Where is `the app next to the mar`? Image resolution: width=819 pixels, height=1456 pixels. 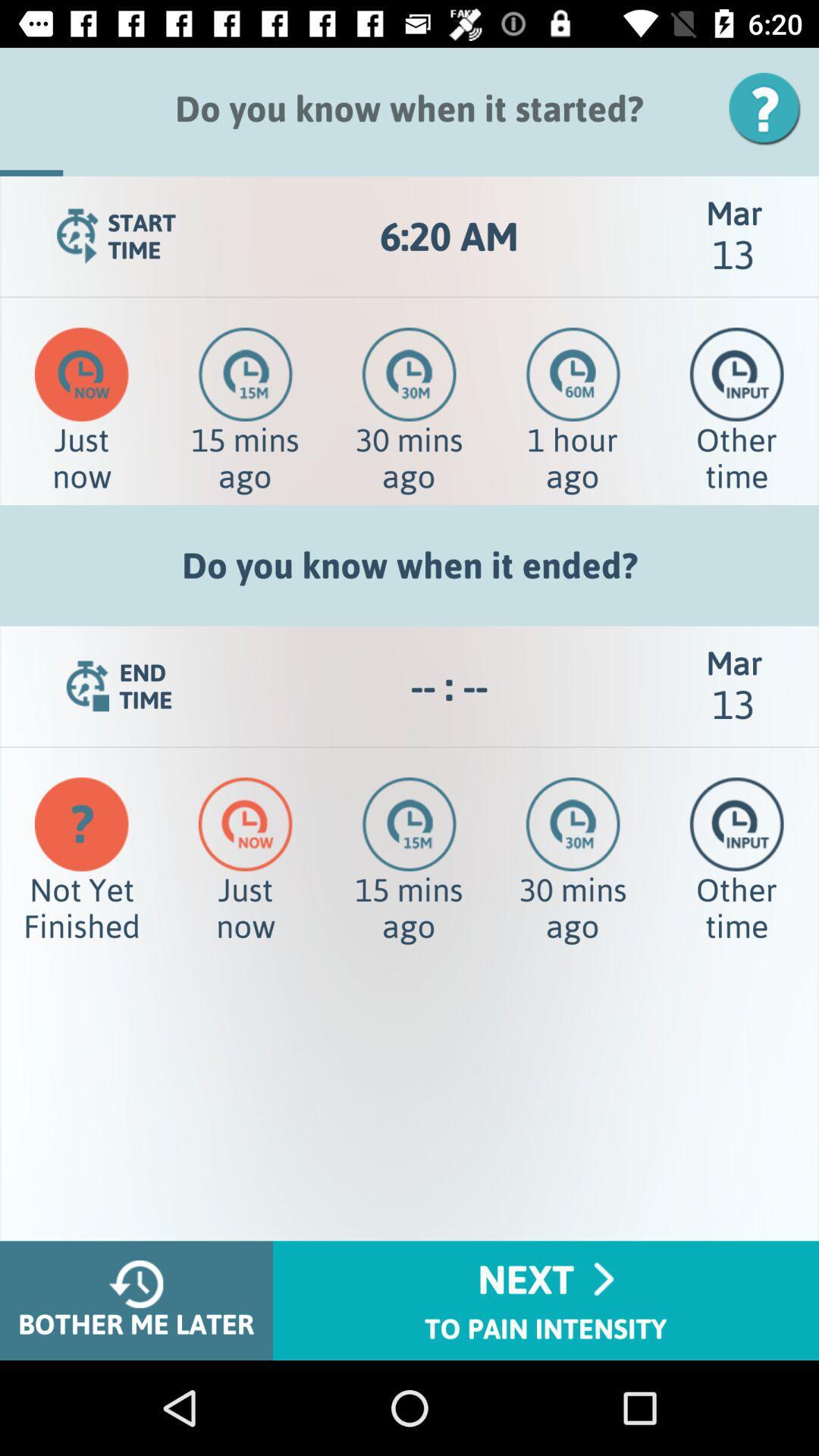 the app next to the mar is located at coordinates (448, 236).